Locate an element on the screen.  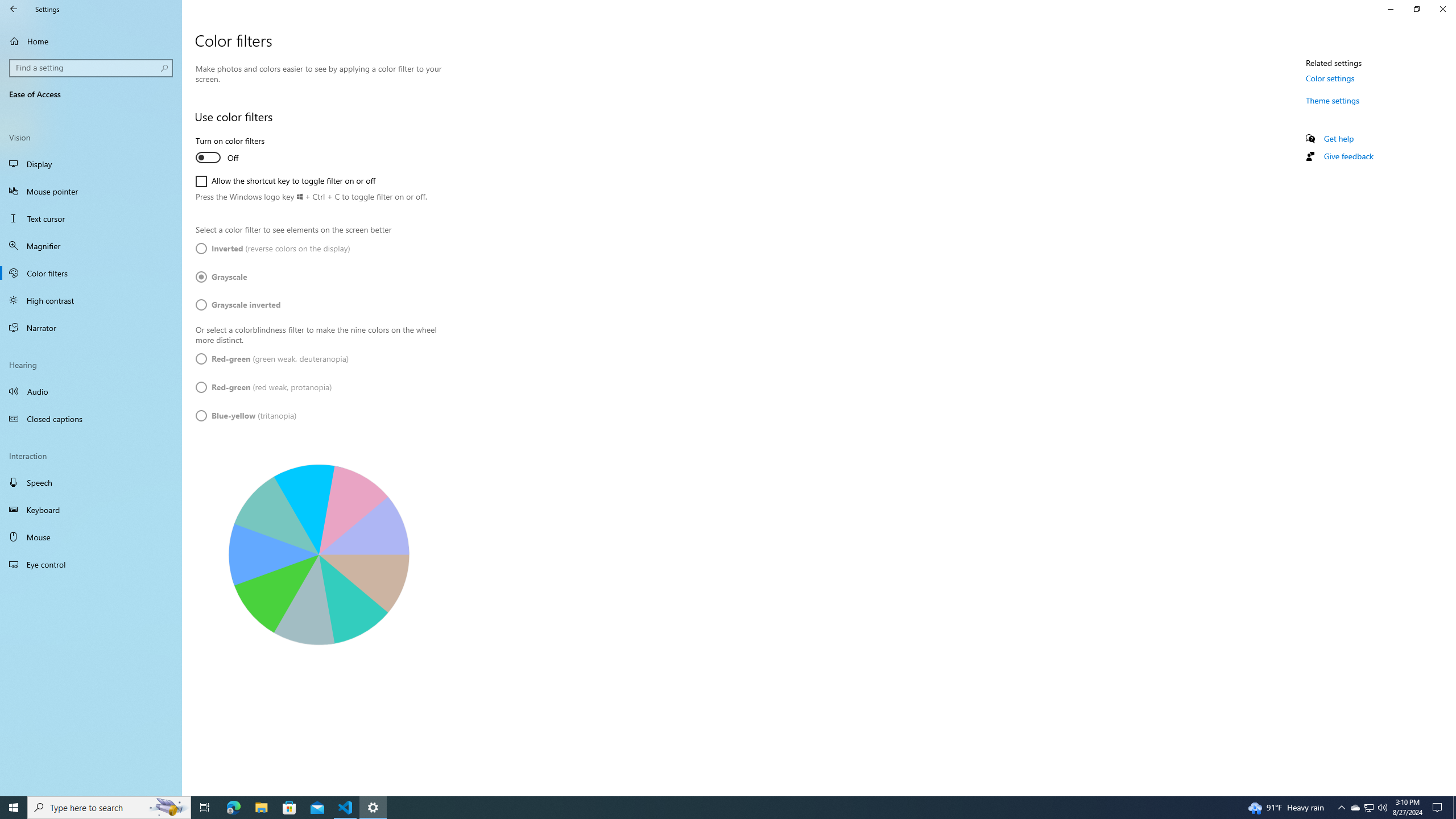
'Allow the shortcut key to toggle filter on or off' is located at coordinates (285, 180).